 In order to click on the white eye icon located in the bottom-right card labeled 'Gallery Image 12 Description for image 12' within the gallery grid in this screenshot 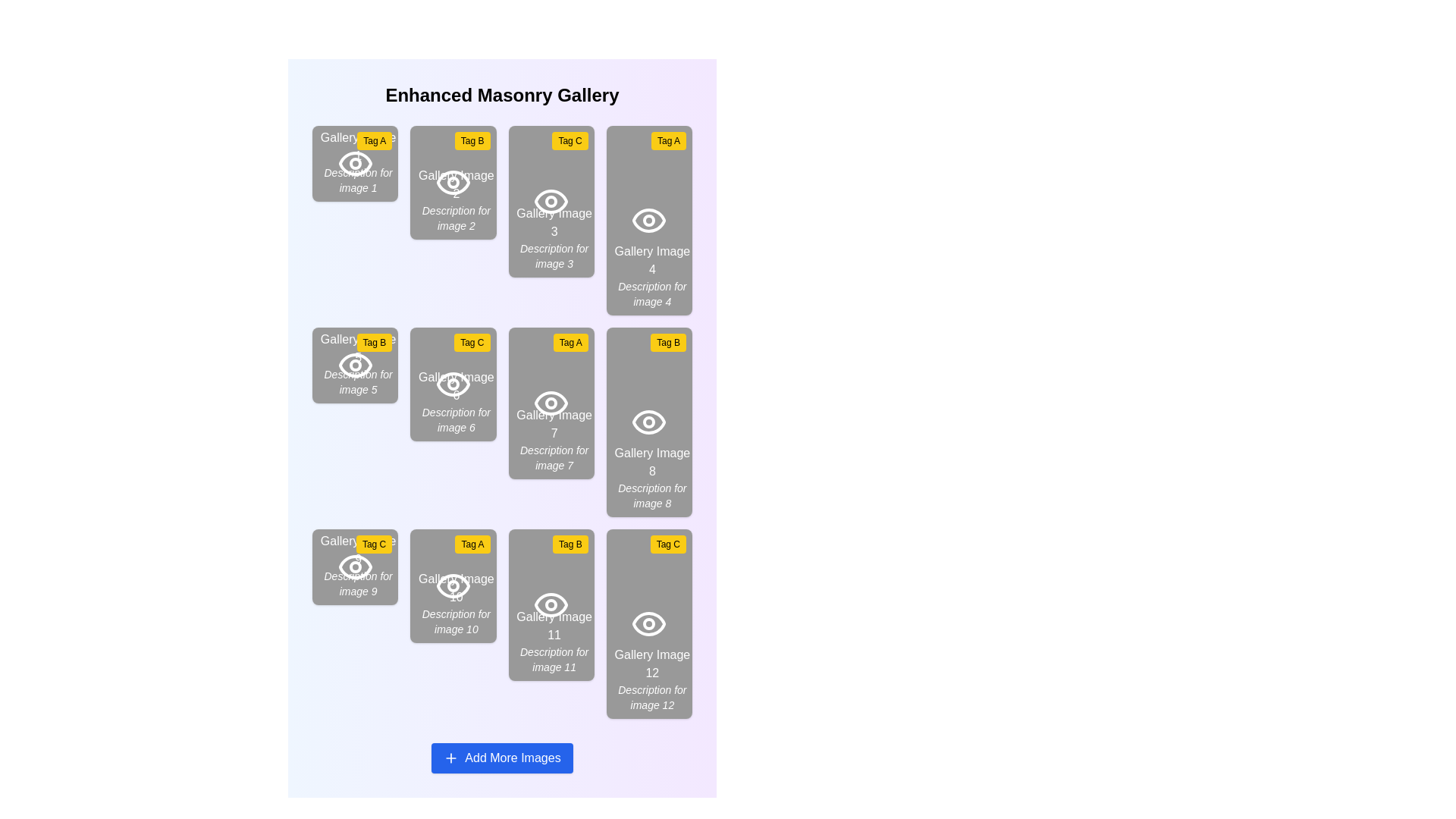, I will do `click(649, 623)`.